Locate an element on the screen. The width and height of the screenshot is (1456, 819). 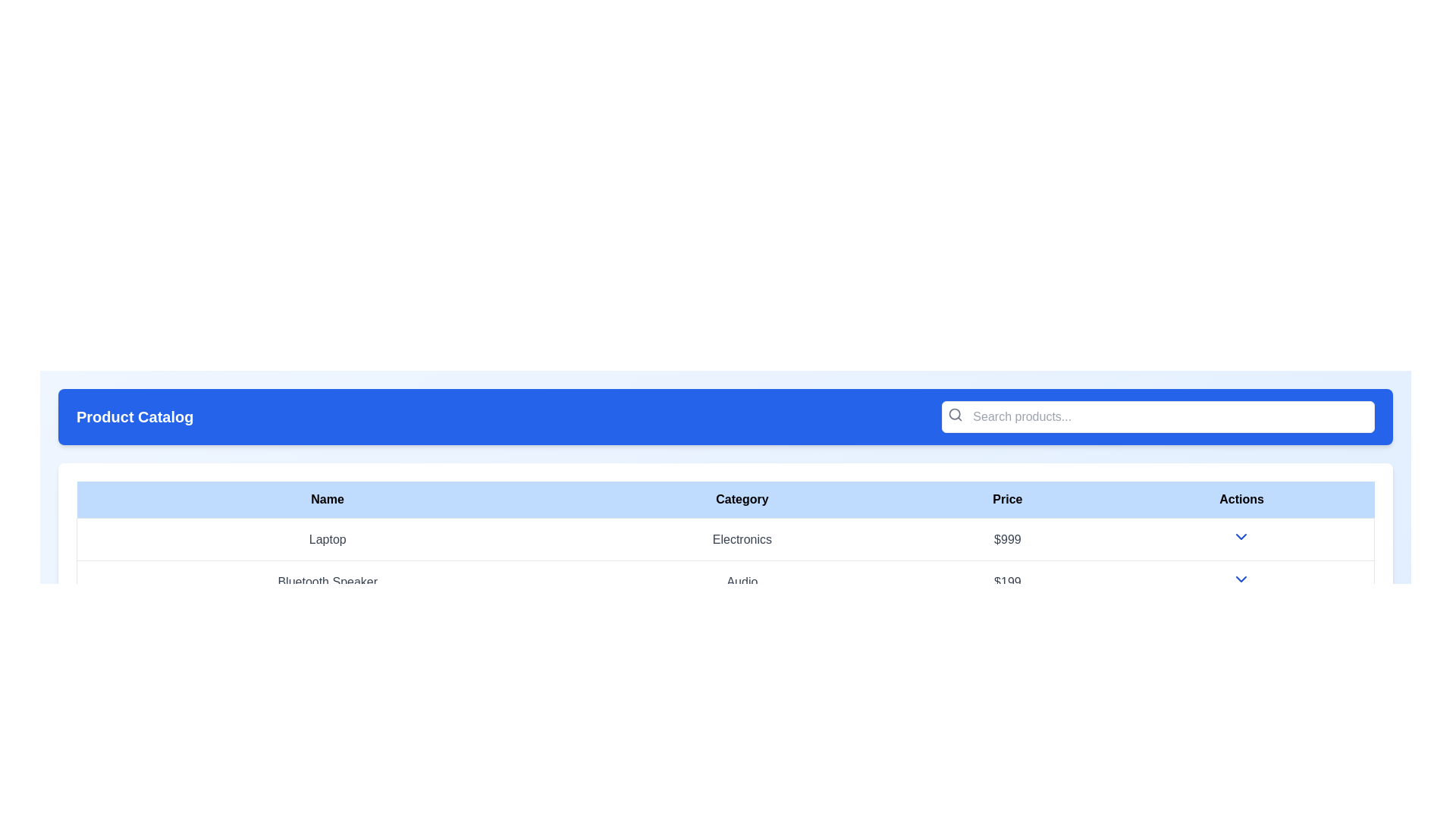
the product name label located in the first column of the first data row of the table, beneath the 'Name' column header, which describes the product listed is located at coordinates (327, 538).